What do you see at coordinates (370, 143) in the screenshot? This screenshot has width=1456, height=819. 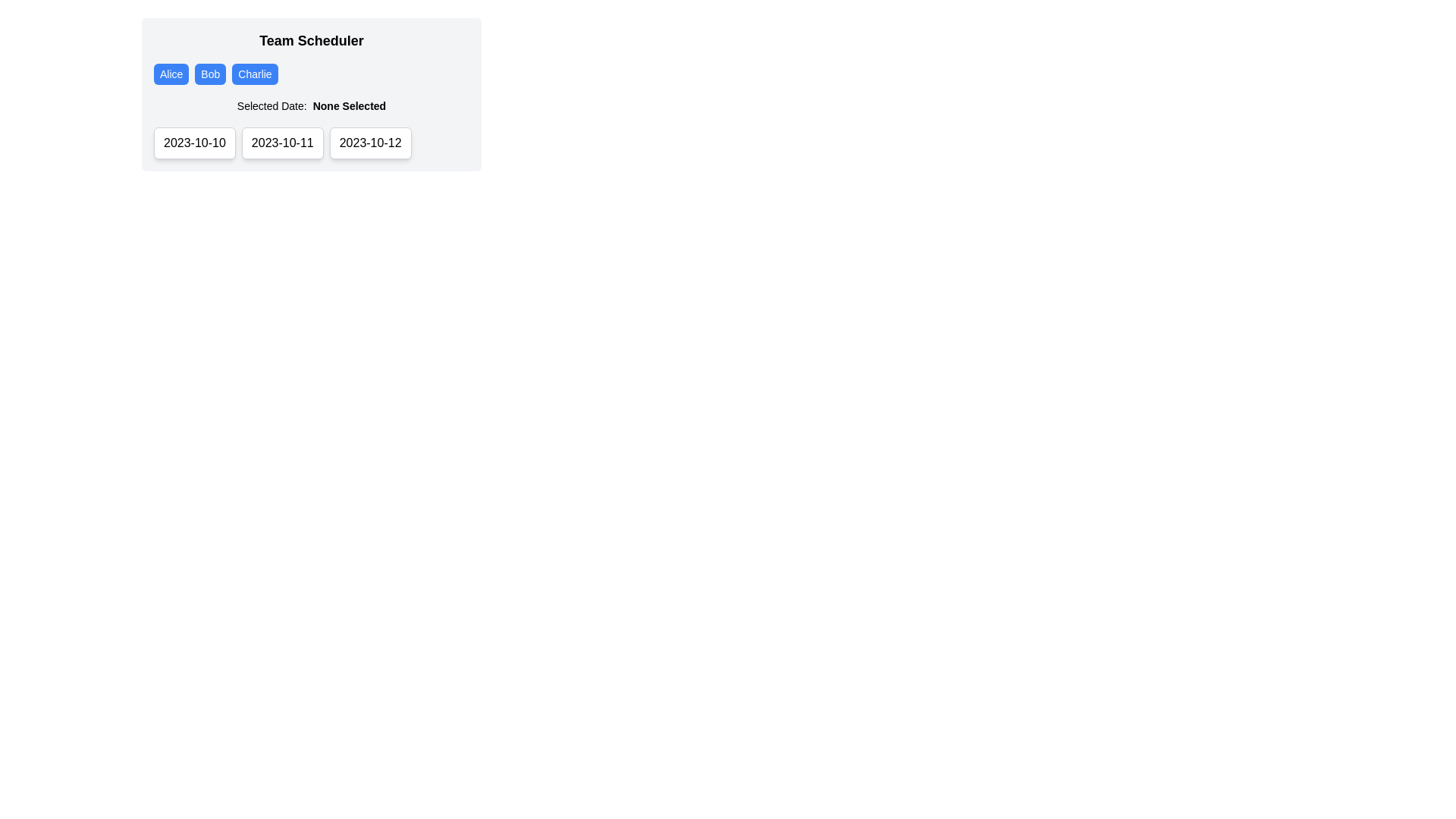 I see `the button displaying '2023-10-12'` at bounding box center [370, 143].